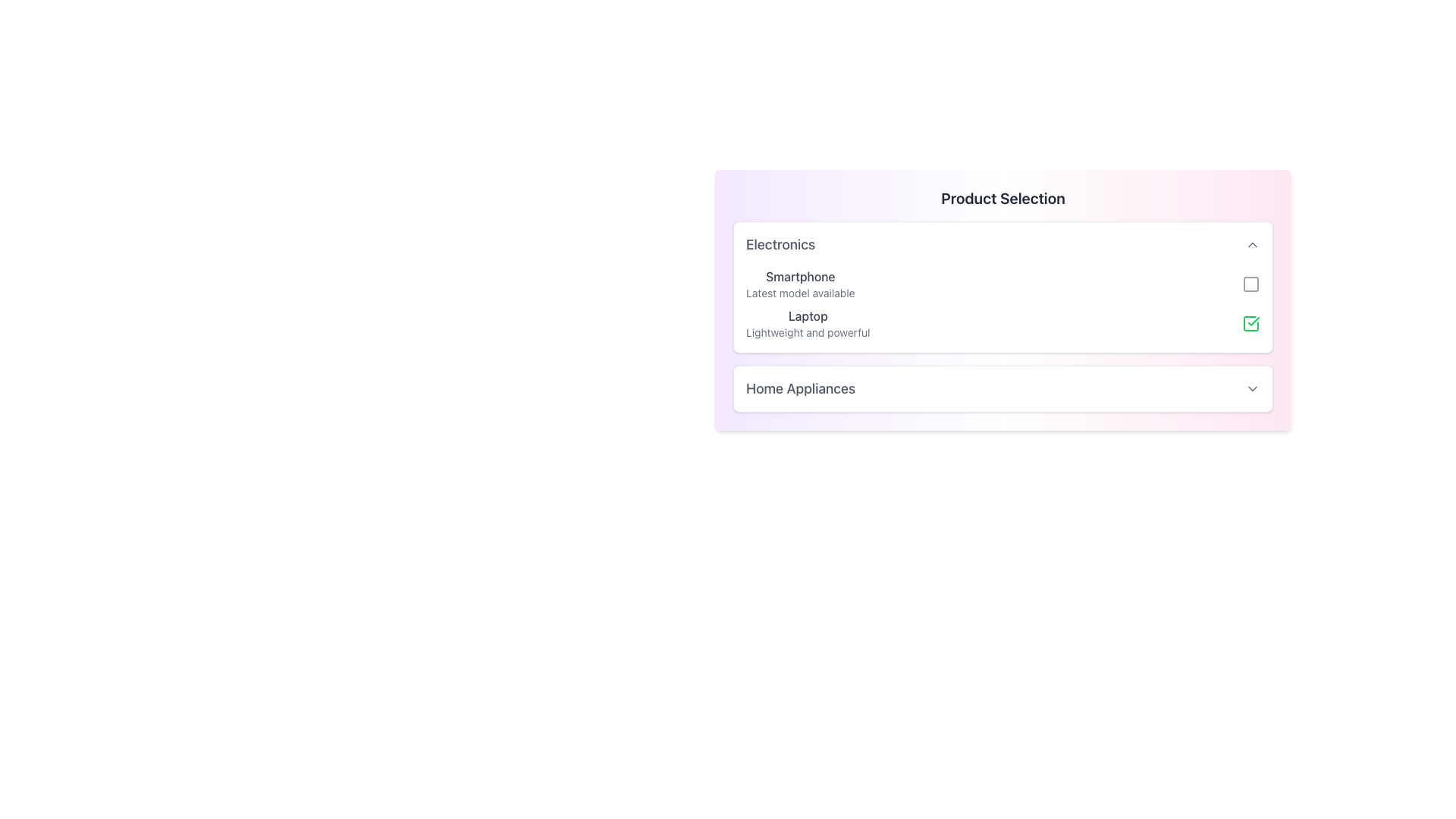  I want to click on the Static Text element that serves as a heading or categorization label in the 'Product Selection' panel, located in the upper-left corner of the panel, so click(780, 244).